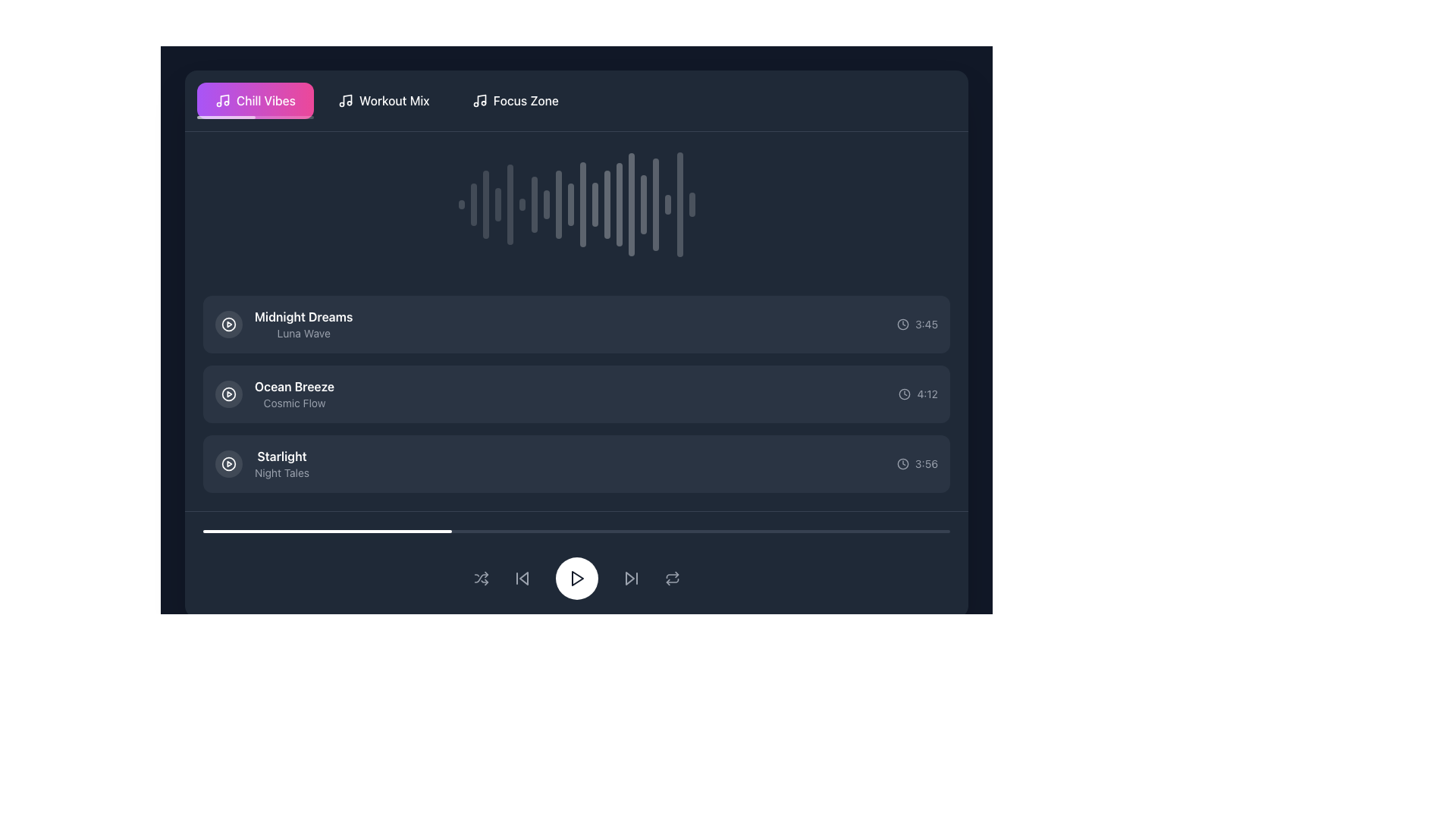  What do you see at coordinates (679, 205) in the screenshot?
I see `the 20th vertical progress bar in the dynamic audio waveform display, which visually represents the amplitude of a sound channel` at bounding box center [679, 205].